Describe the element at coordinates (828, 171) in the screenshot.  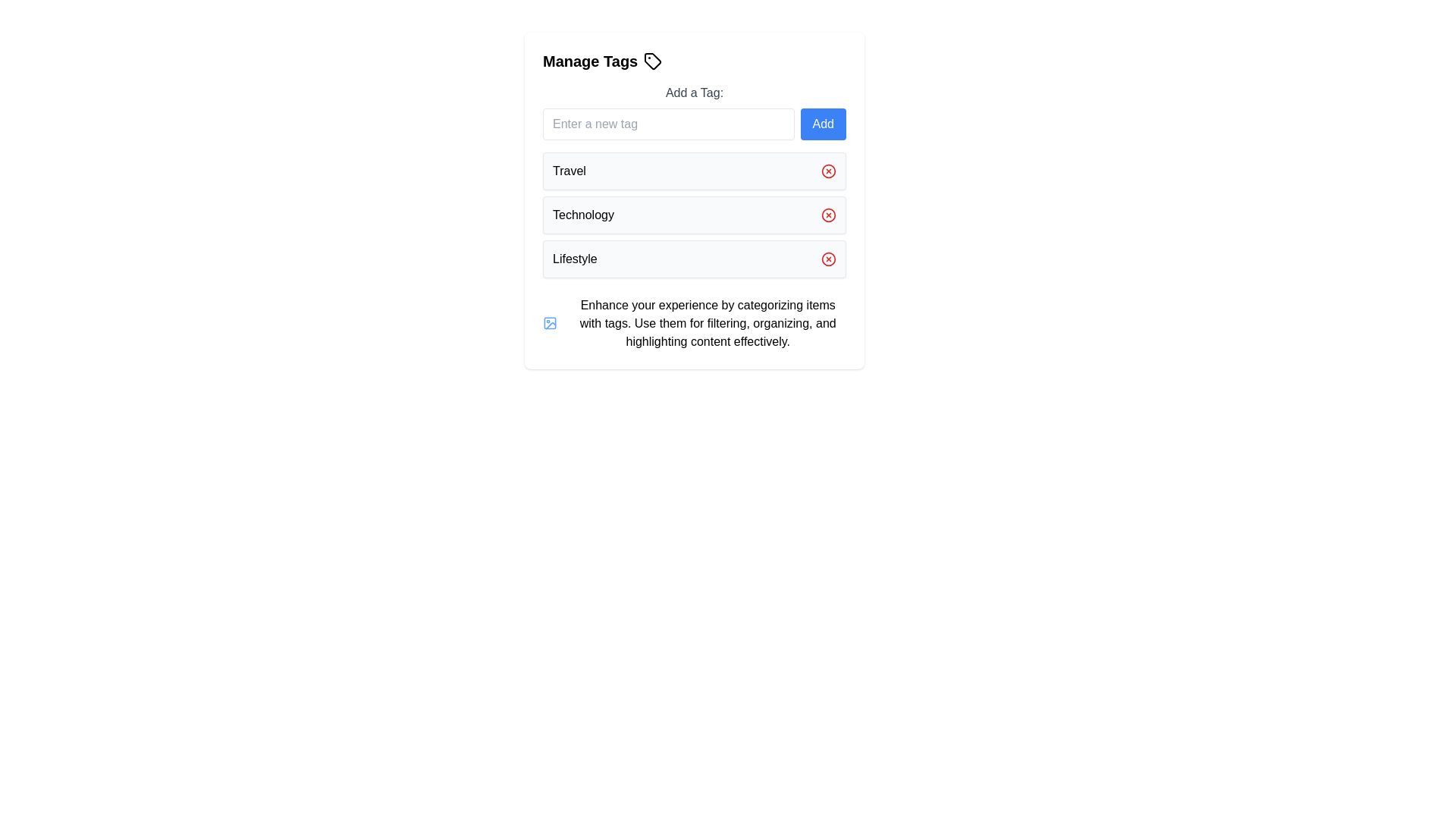
I see `the circular icon button located at the right end of the 'Travel' label in the user list item` at that location.